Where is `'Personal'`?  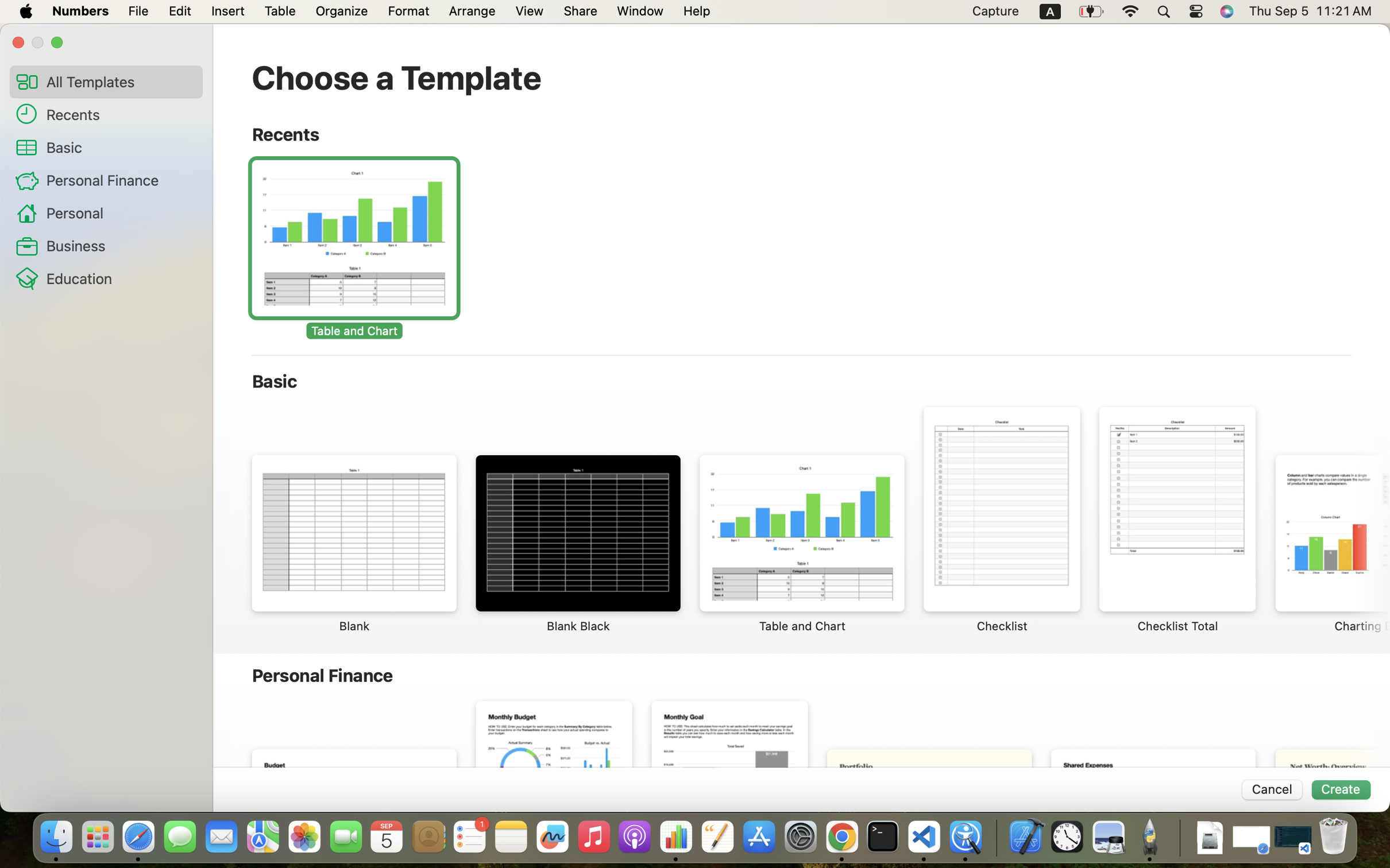
'Personal' is located at coordinates (119, 212).